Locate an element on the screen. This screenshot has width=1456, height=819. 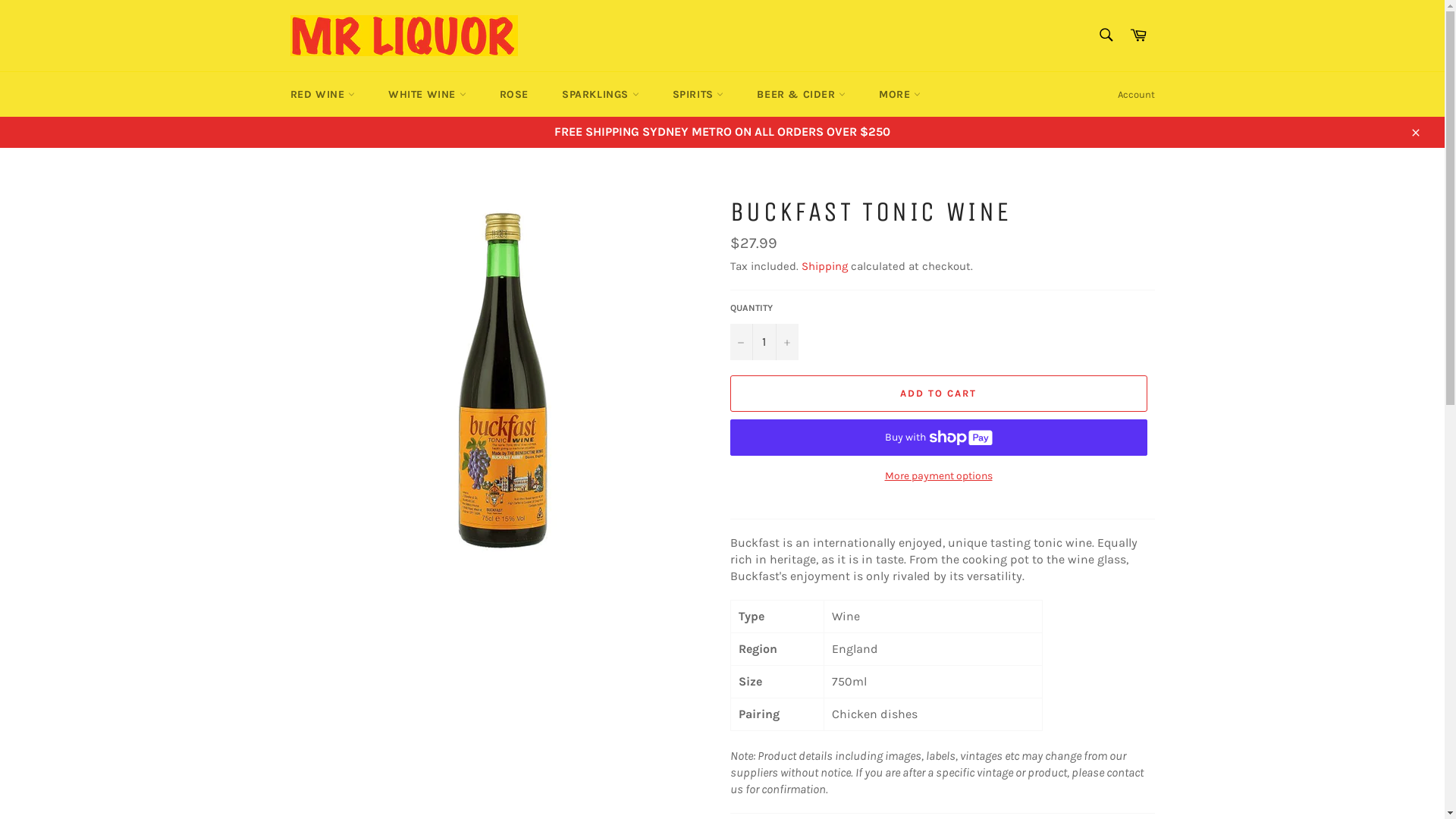
'WHITE WINE' is located at coordinates (372, 94).